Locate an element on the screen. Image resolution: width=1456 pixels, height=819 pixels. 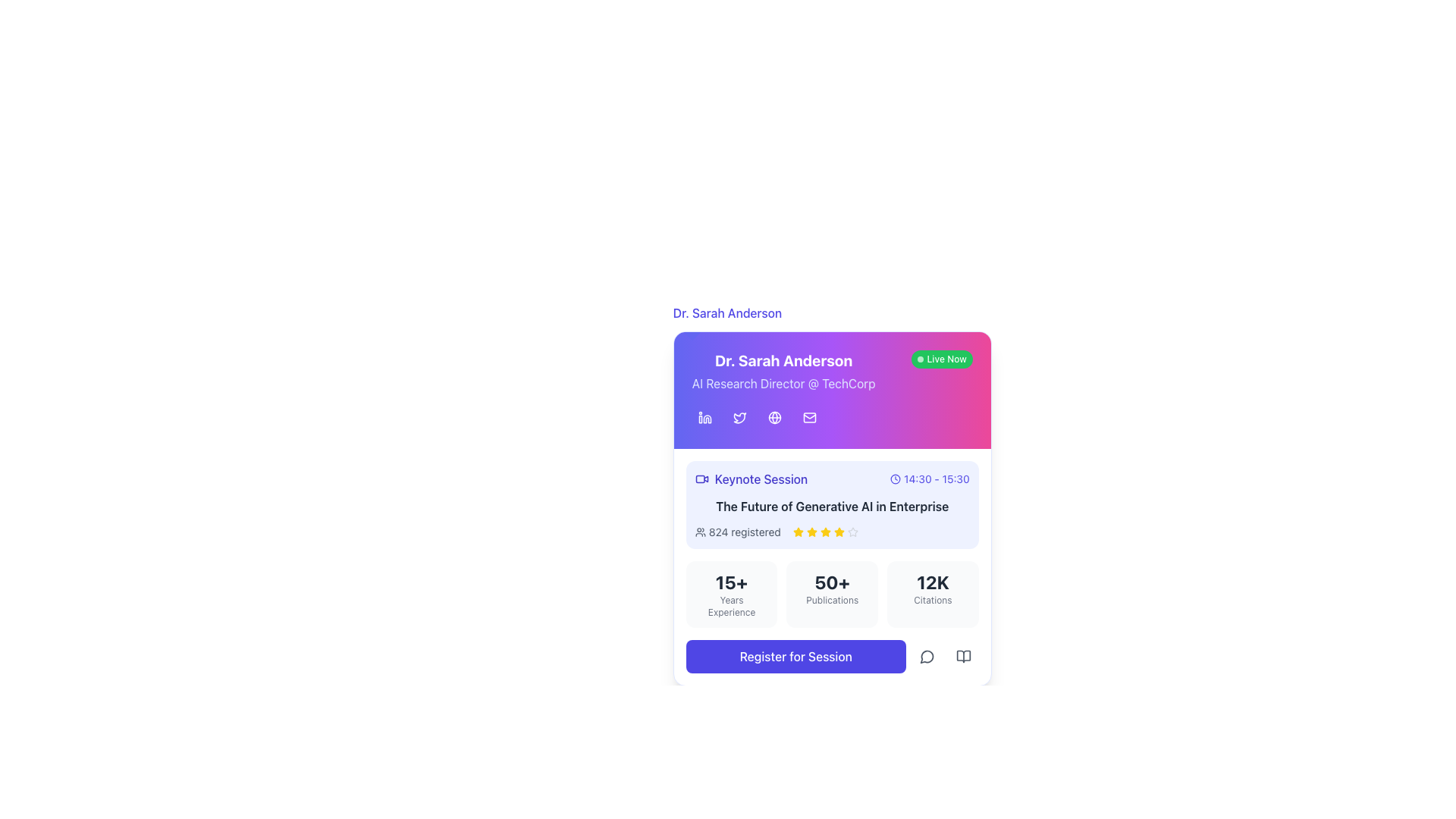
the Informational box that displays the number of publications (50+) related to the featured keynote or presenter, which is the second box in a row of three below the 'Keynote Session' section is located at coordinates (831, 567).